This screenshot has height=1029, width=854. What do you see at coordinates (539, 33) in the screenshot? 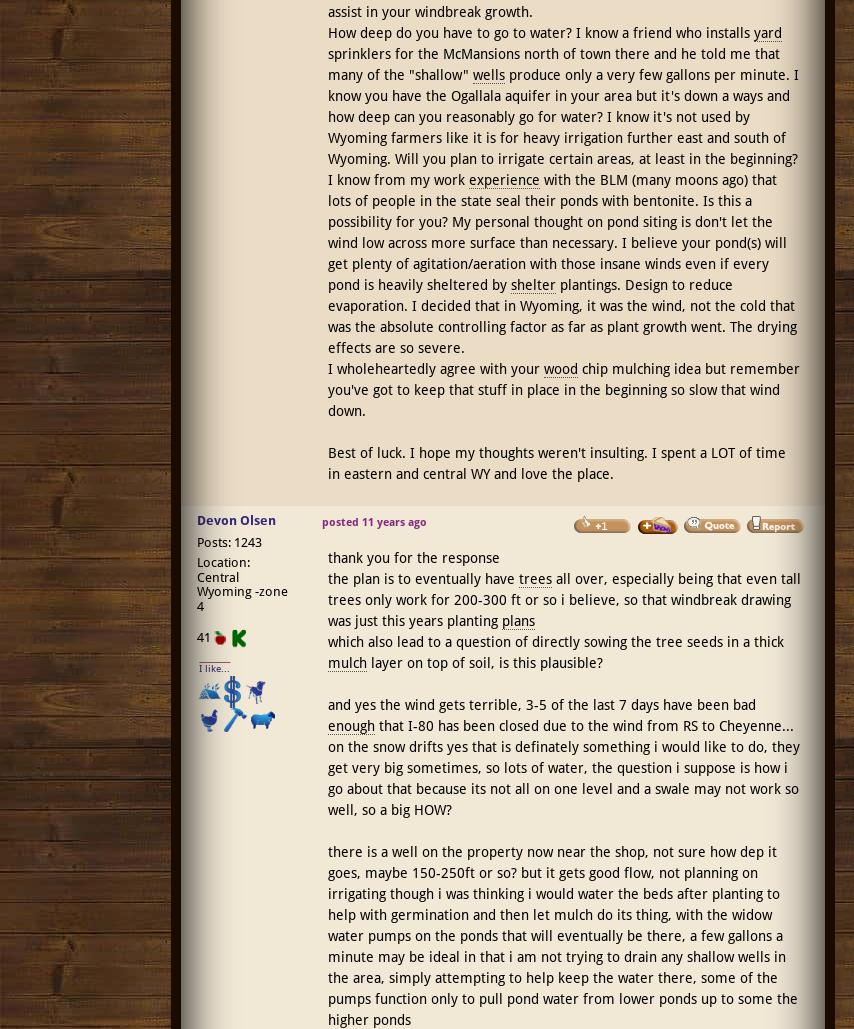
I see `'How deep do you have to go to water?  I know a friend who installs'` at bounding box center [539, 33].